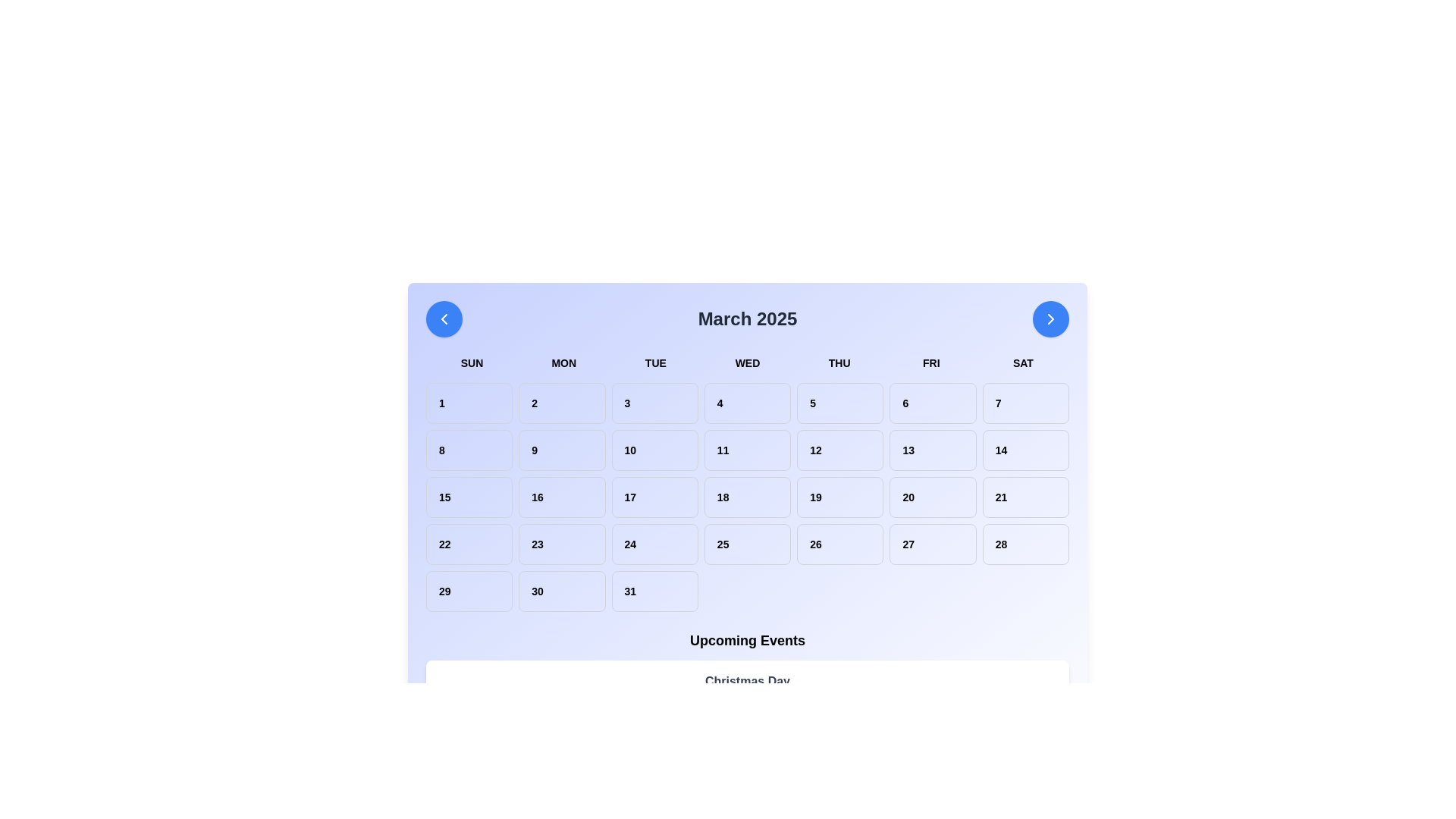  Describe the element at coordinates (1025, 543) in the screenshot. I see `the text value of the date label '28' in the calendar, located in the bottom-right corner of the grid under the 'Saturday' header` at that location.